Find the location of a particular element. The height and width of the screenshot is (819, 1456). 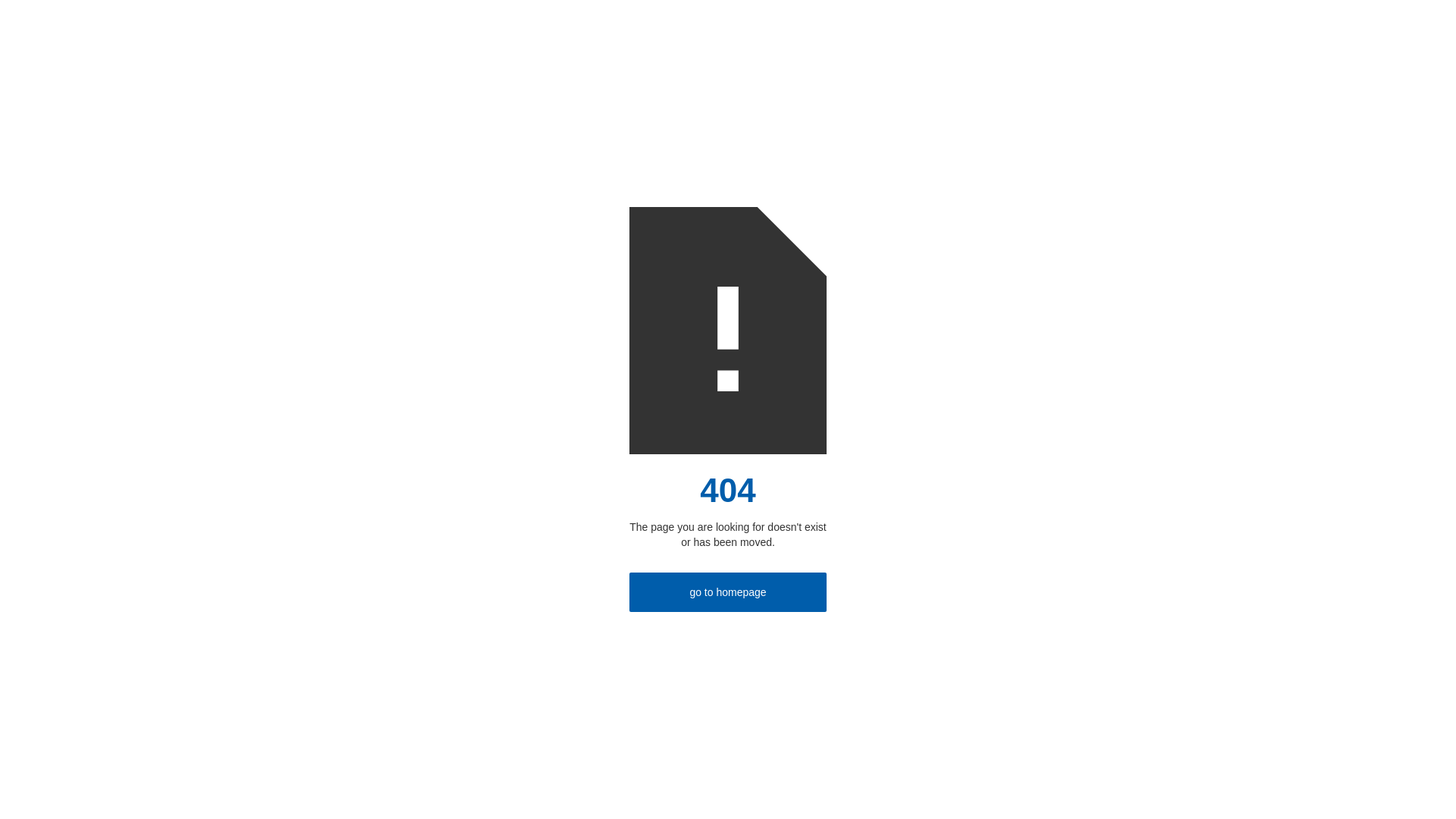

'go to homepage' is located at coordinates (728, 591).